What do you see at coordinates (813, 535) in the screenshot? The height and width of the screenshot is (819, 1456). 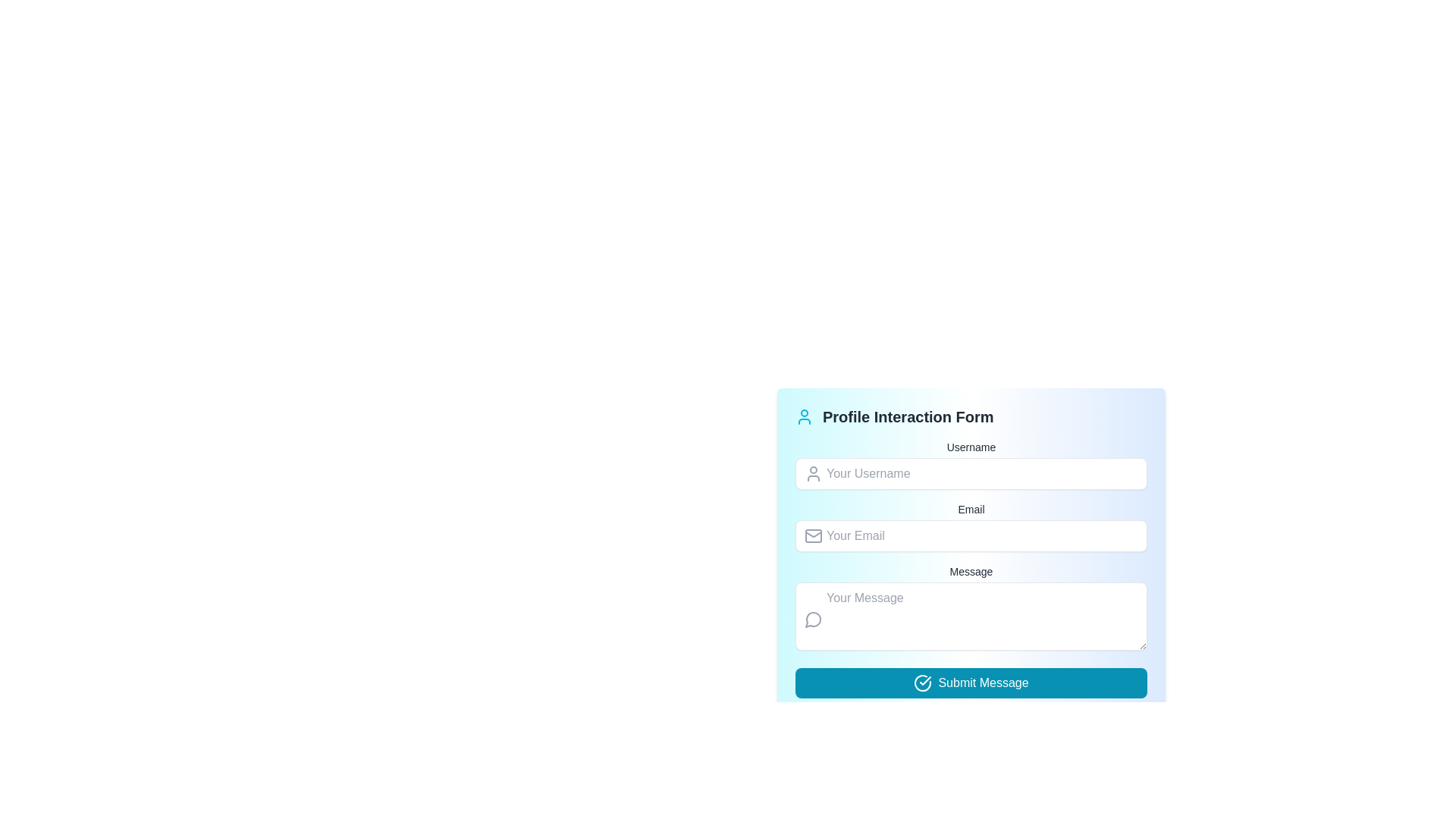 I see `the email input field icon, which is positioned to the left of the email text entry area, serving as a visual indication for the expected input format` at bounding box center [813, 535].